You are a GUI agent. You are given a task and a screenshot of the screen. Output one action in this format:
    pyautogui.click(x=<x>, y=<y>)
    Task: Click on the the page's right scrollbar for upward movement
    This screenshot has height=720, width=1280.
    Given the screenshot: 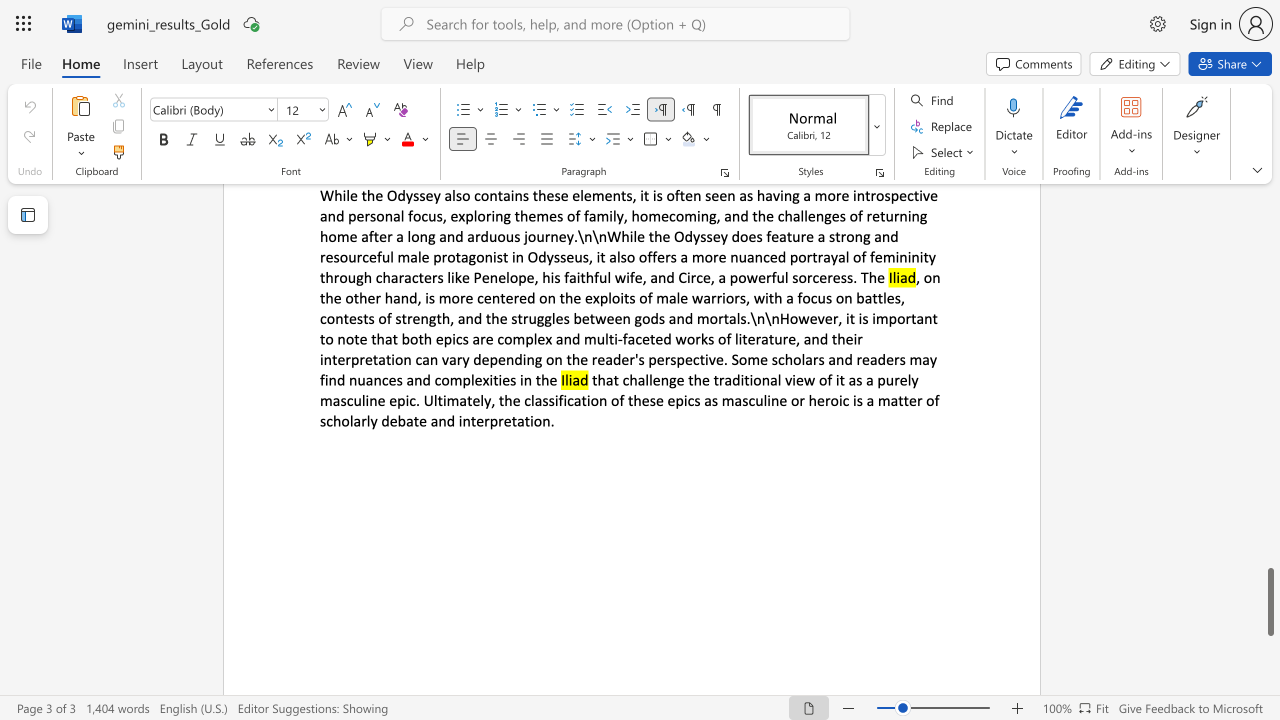 What is the action you would take?
    pyautogui.click(x=1269, y=550)
    